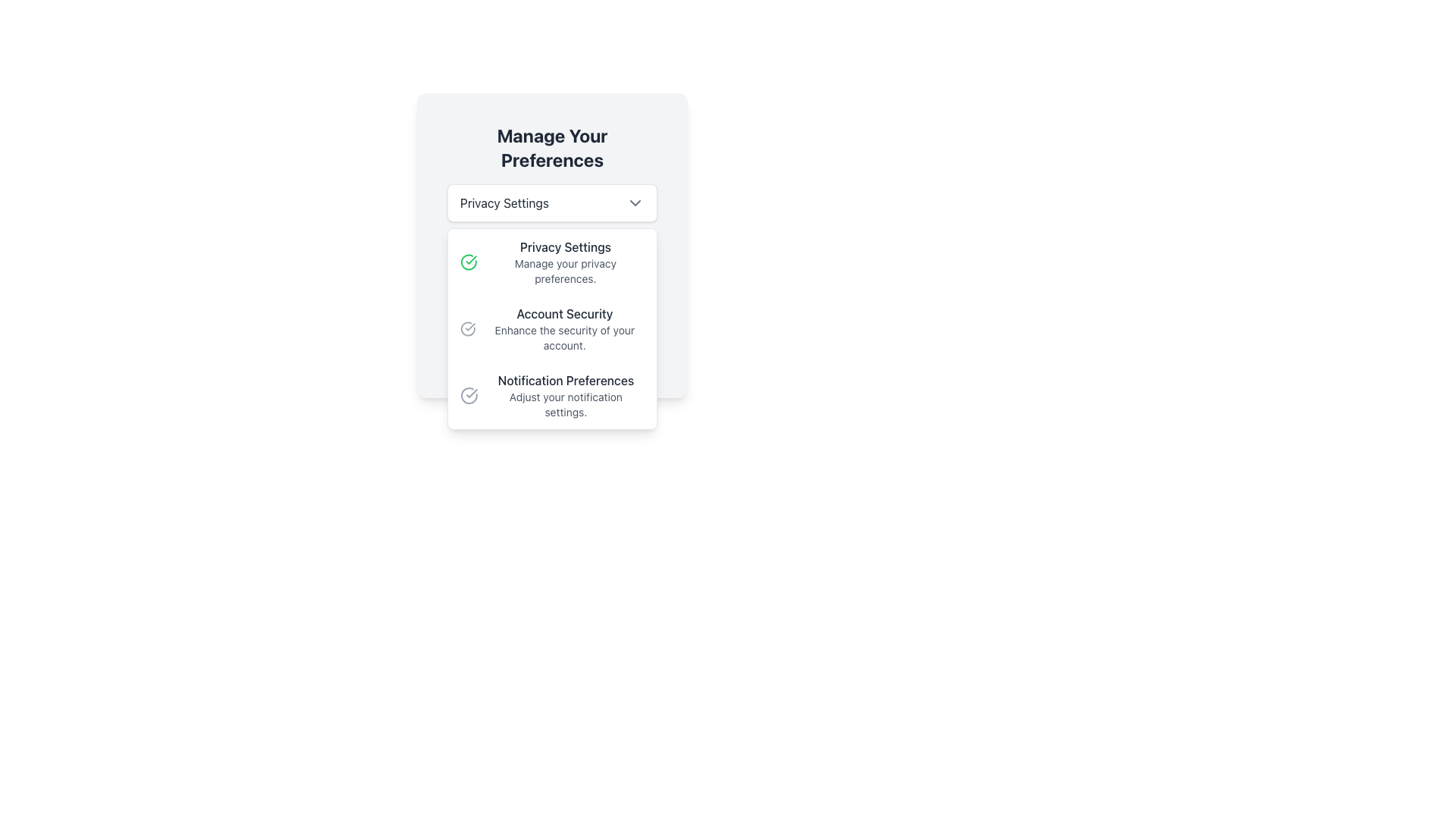  What do you see at coordinates (551, 262) in the screenshot?
I see `the first menu option for managing privacy-related settings, located below the heading 'Manage Your Preferences'` at bounding box center [551, 262].